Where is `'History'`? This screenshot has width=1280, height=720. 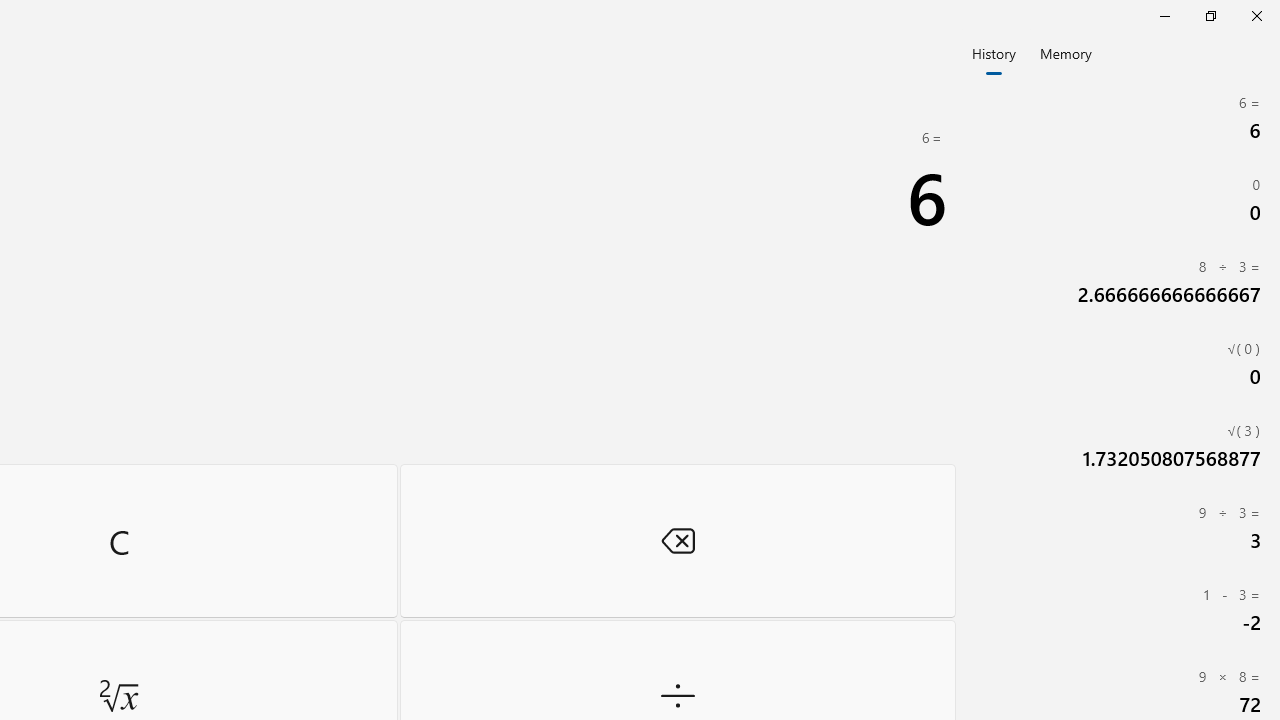 'History' is located at coordinates (993, 51).